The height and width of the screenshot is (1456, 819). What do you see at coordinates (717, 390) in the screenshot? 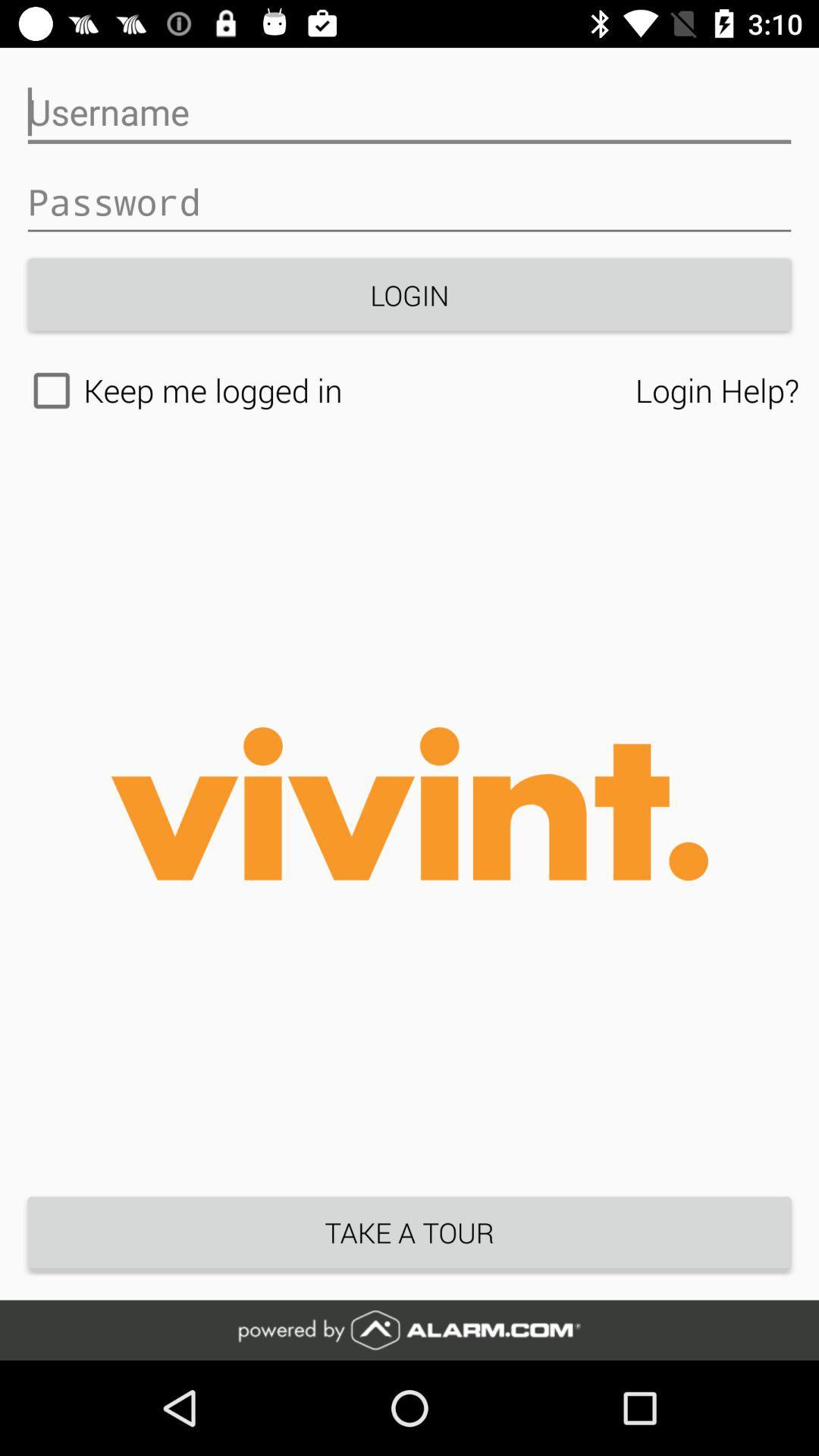
I see `the item below login icon` at bounding box center [717, 390].